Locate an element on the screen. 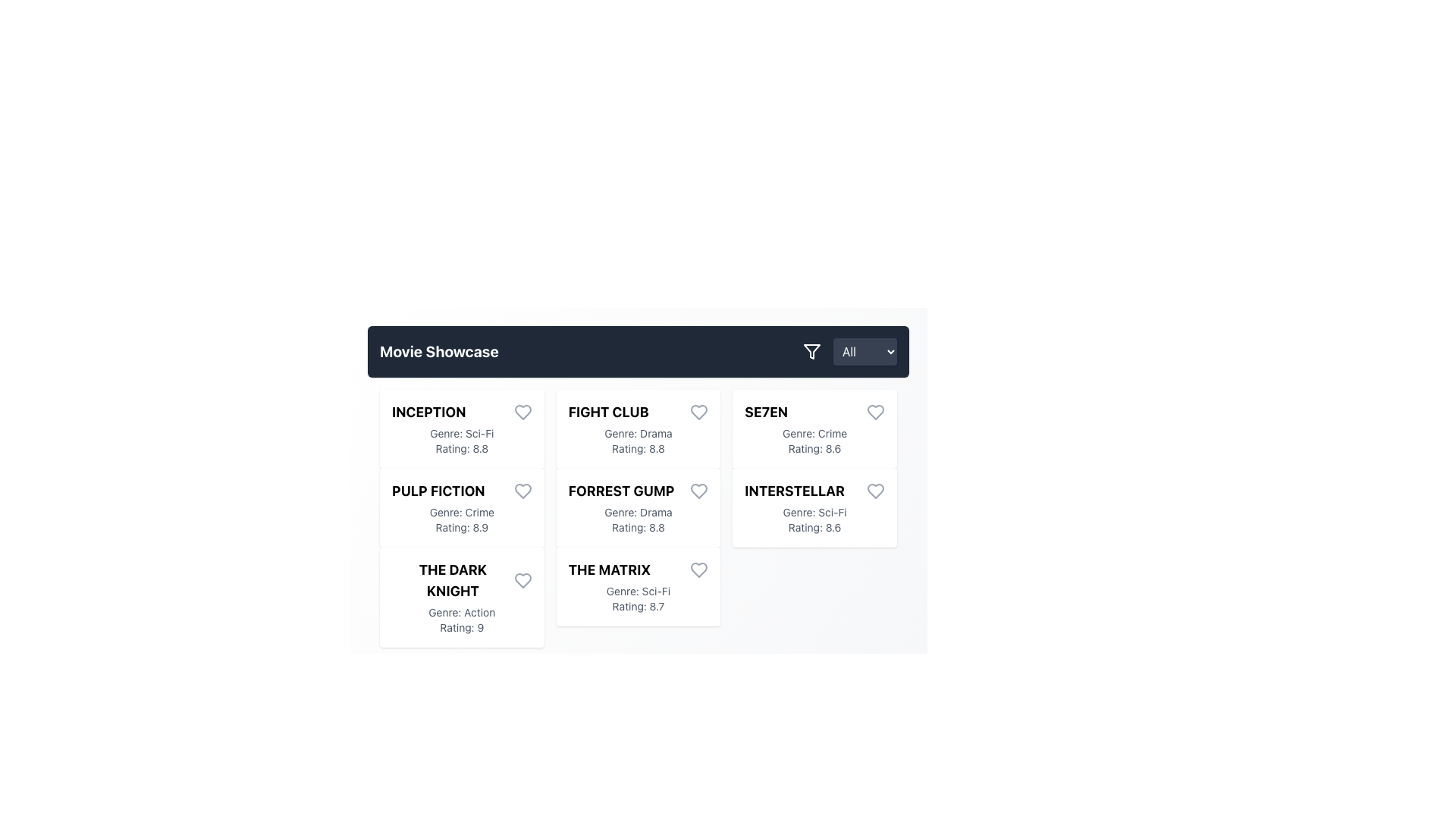  the heart icon button next to the movie titled 'THE DARK KNIGHT' is located at coordinates (522, 580).